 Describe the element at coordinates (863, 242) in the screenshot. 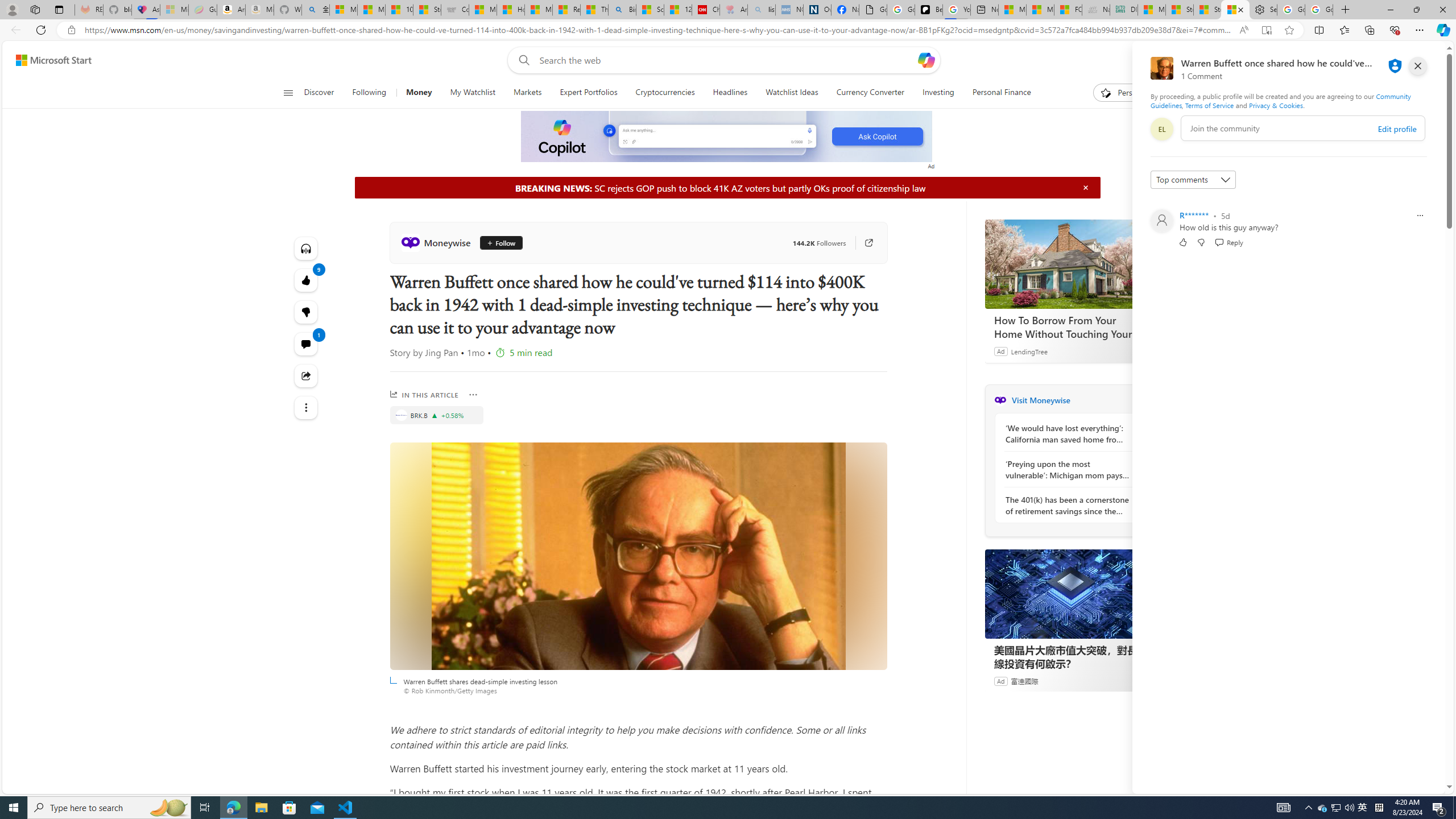

I see `'Go to publisher'` at that location.